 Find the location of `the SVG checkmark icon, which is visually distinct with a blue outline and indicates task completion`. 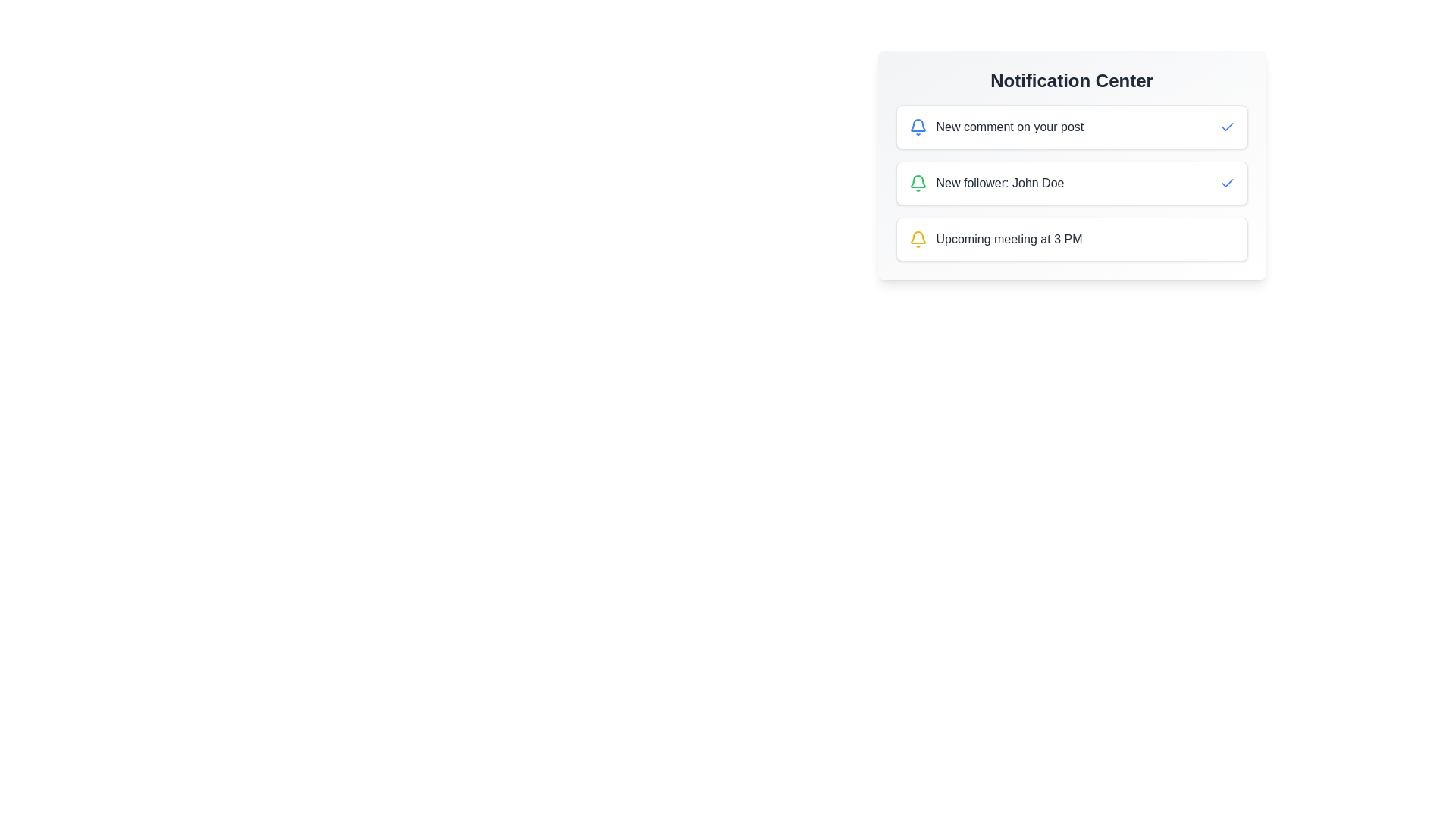

the SVG checkmark icon, which is visually distinct with a blue outline and indicates task completion is located at coordinates (1227, 126).